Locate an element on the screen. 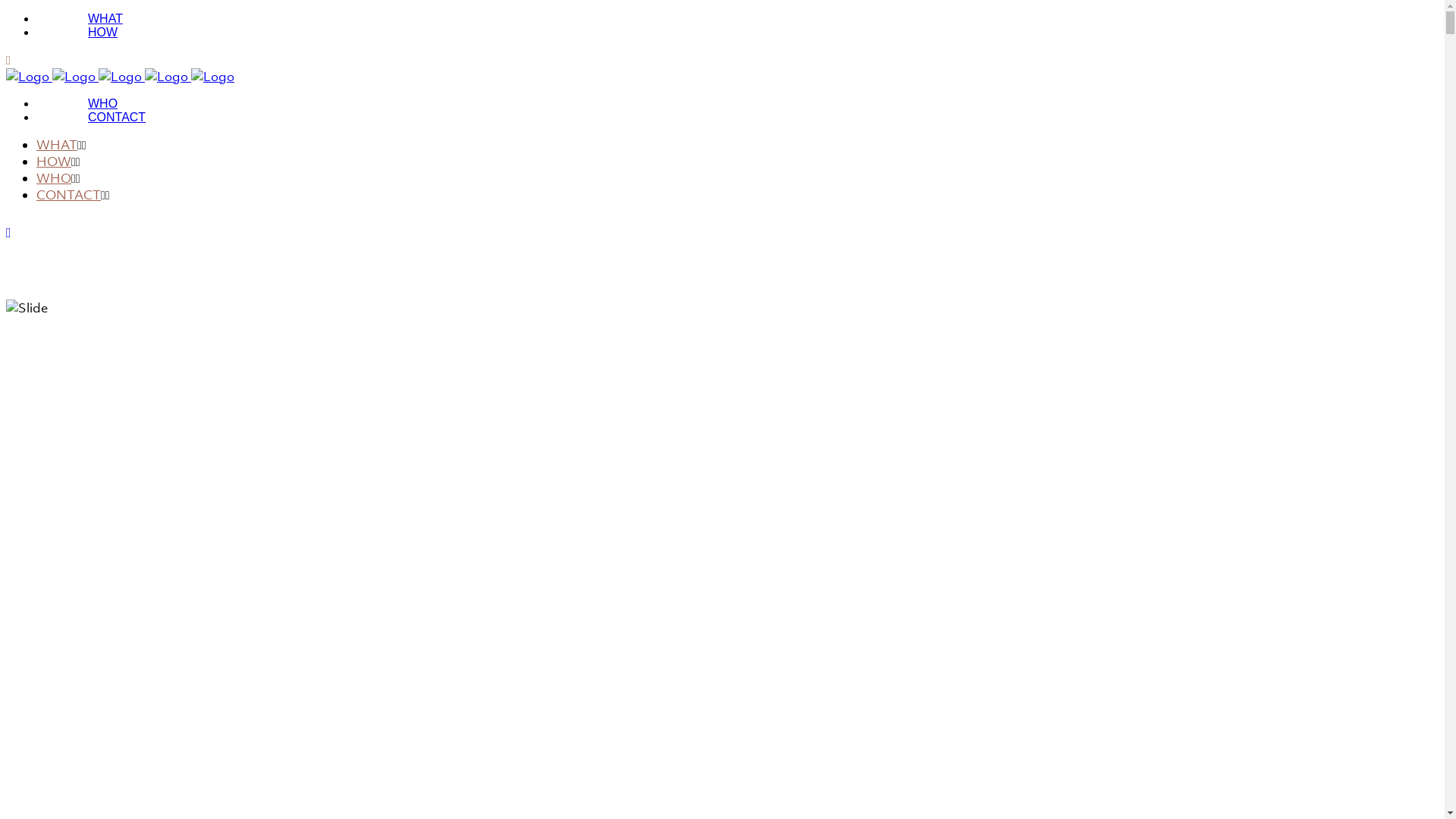  'CONTACT' is located at coordinates (67, 194).